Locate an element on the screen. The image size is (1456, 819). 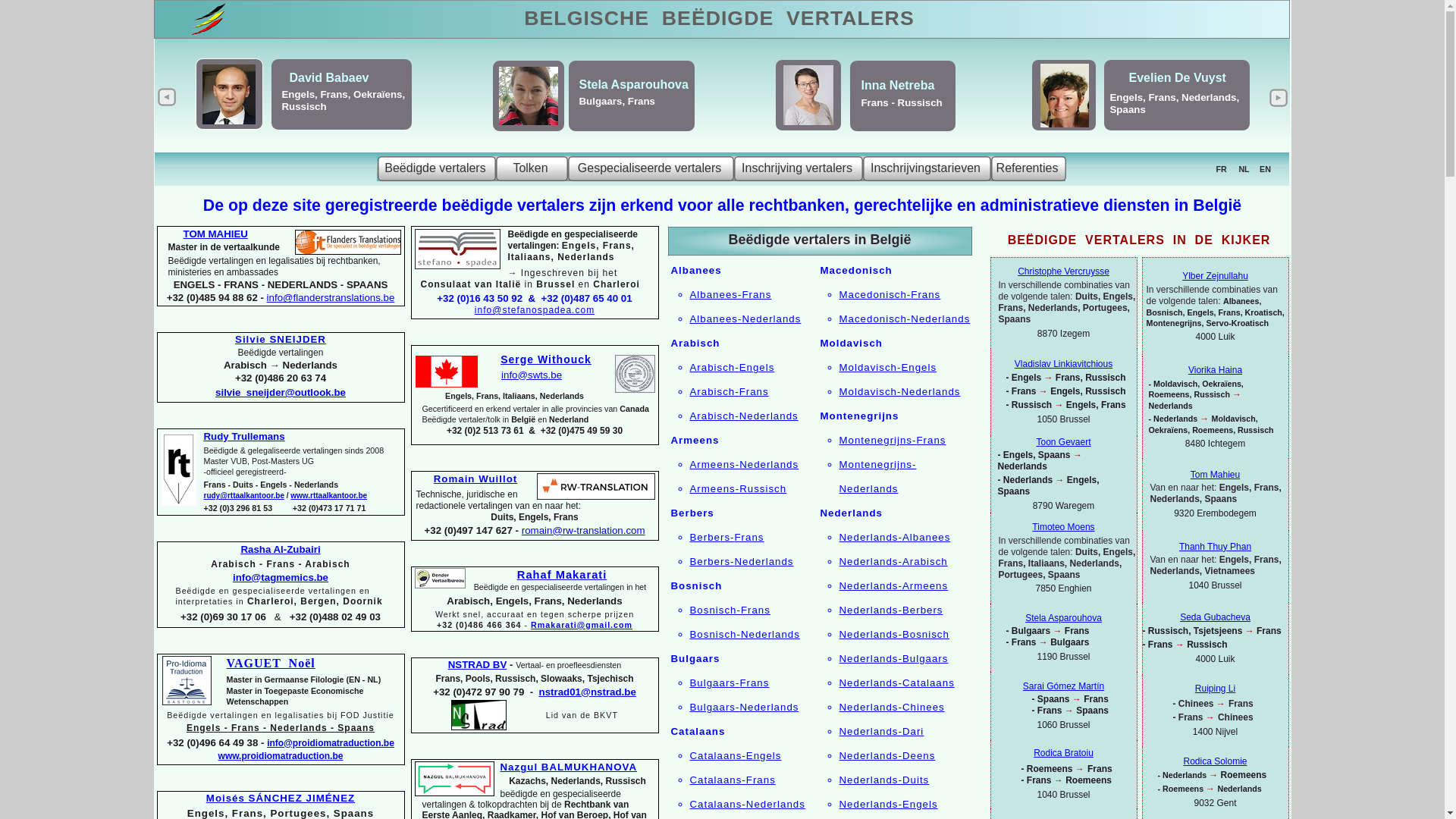
'Nederlands-Catalaans' is located at coordinates (896, 682).